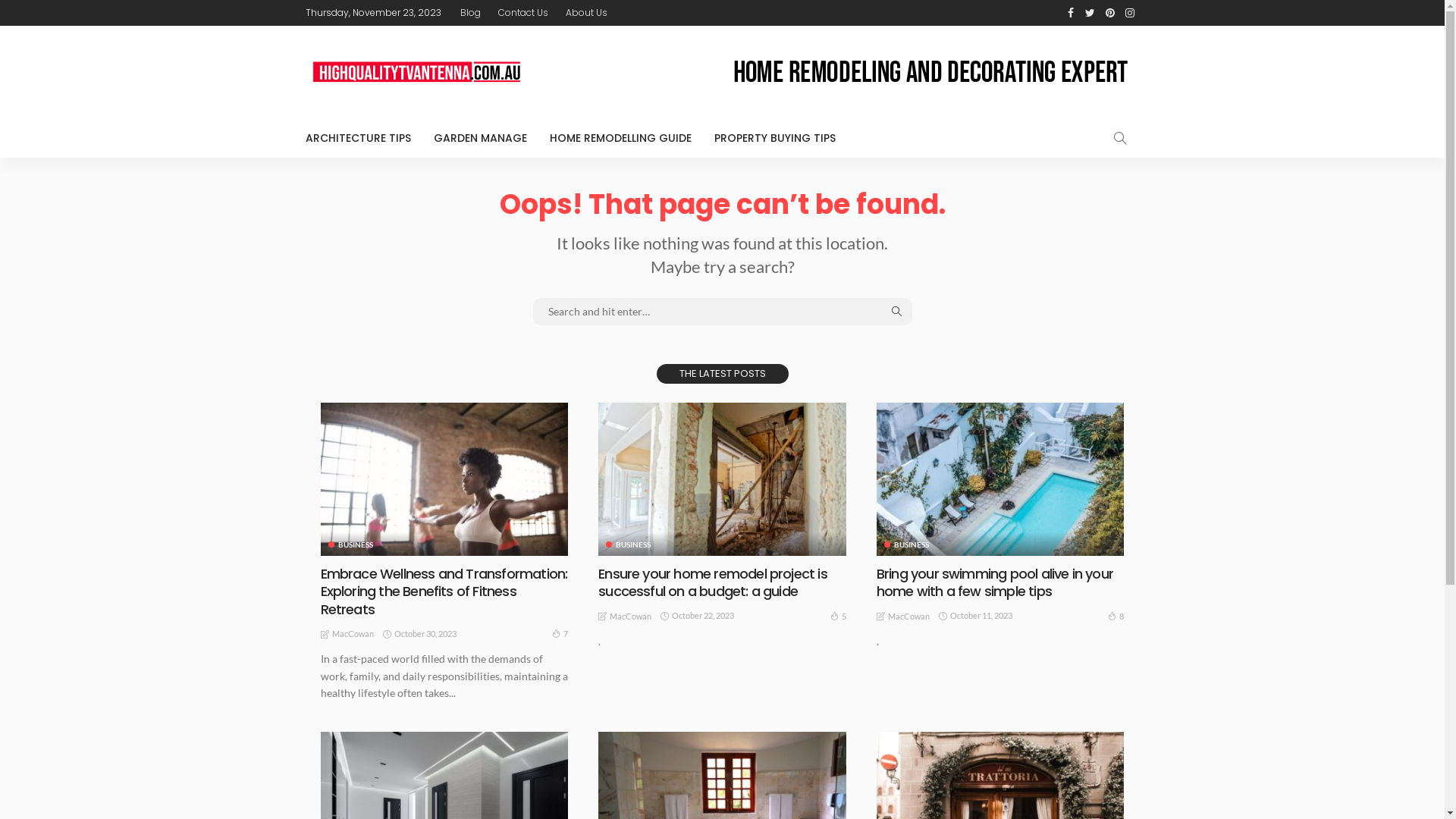 The width and height of the screenshot is (1456, 819). I want to click on 'PROPERTY BUYING TIPS', so click(774, 137).